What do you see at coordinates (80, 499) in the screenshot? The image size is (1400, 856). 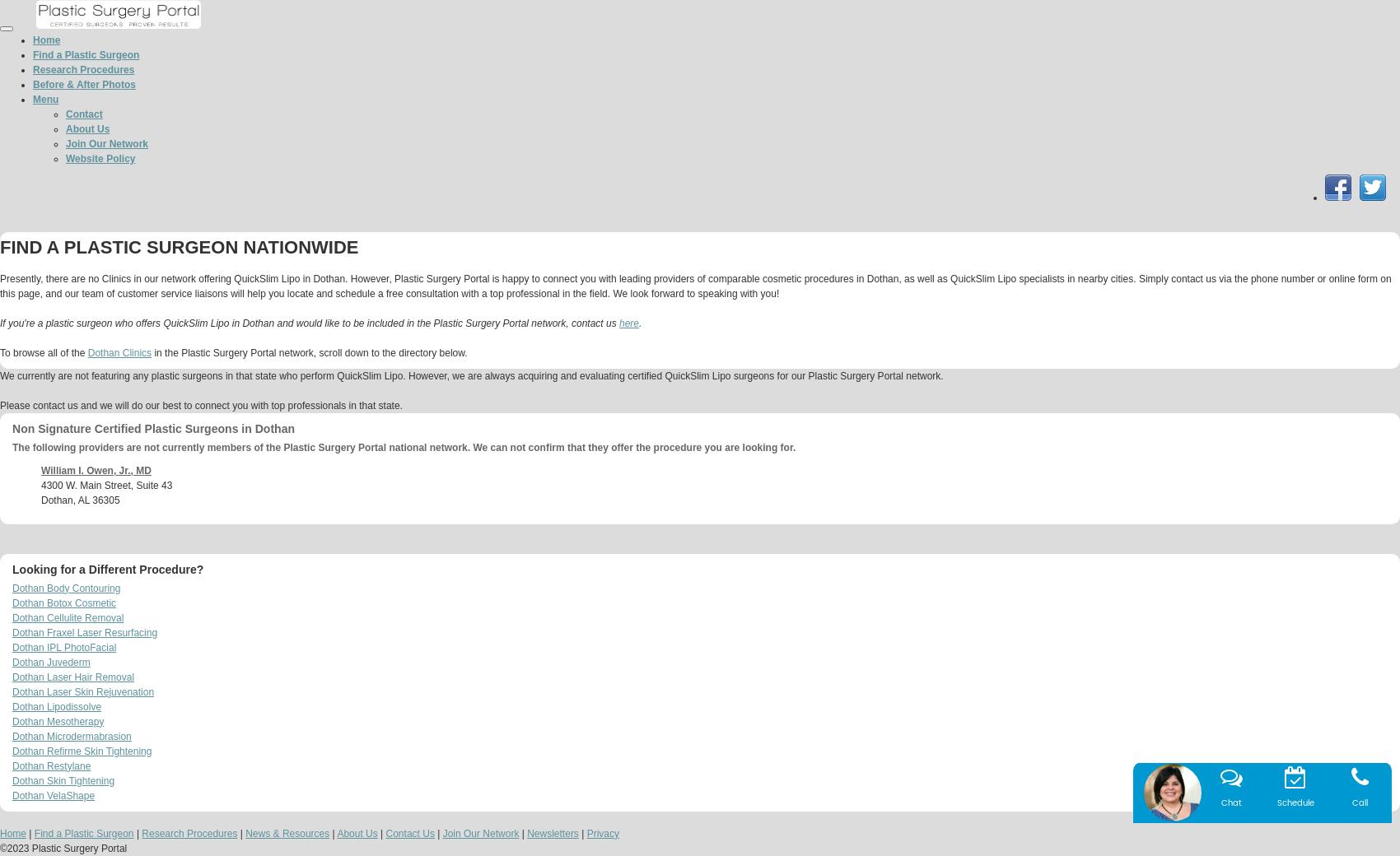 I see `'Dothan, AL 36305'` at bounding box center [80, 499].